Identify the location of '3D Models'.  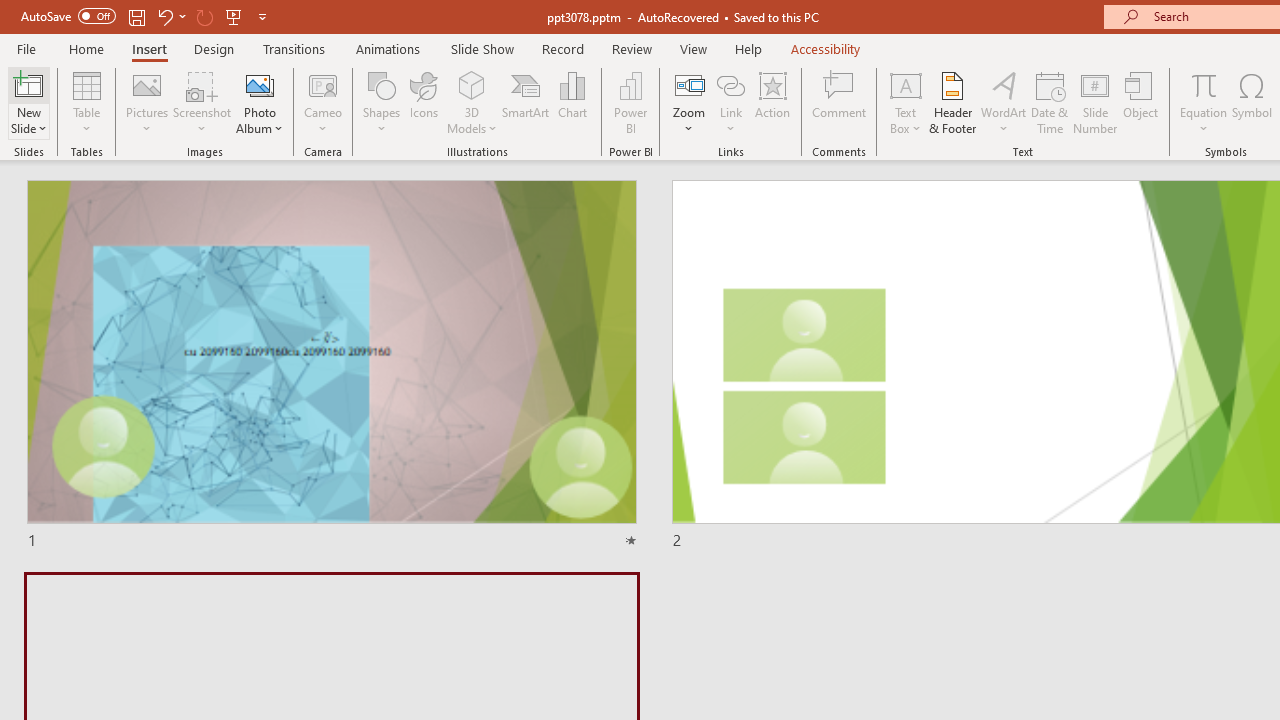
(471, 84).